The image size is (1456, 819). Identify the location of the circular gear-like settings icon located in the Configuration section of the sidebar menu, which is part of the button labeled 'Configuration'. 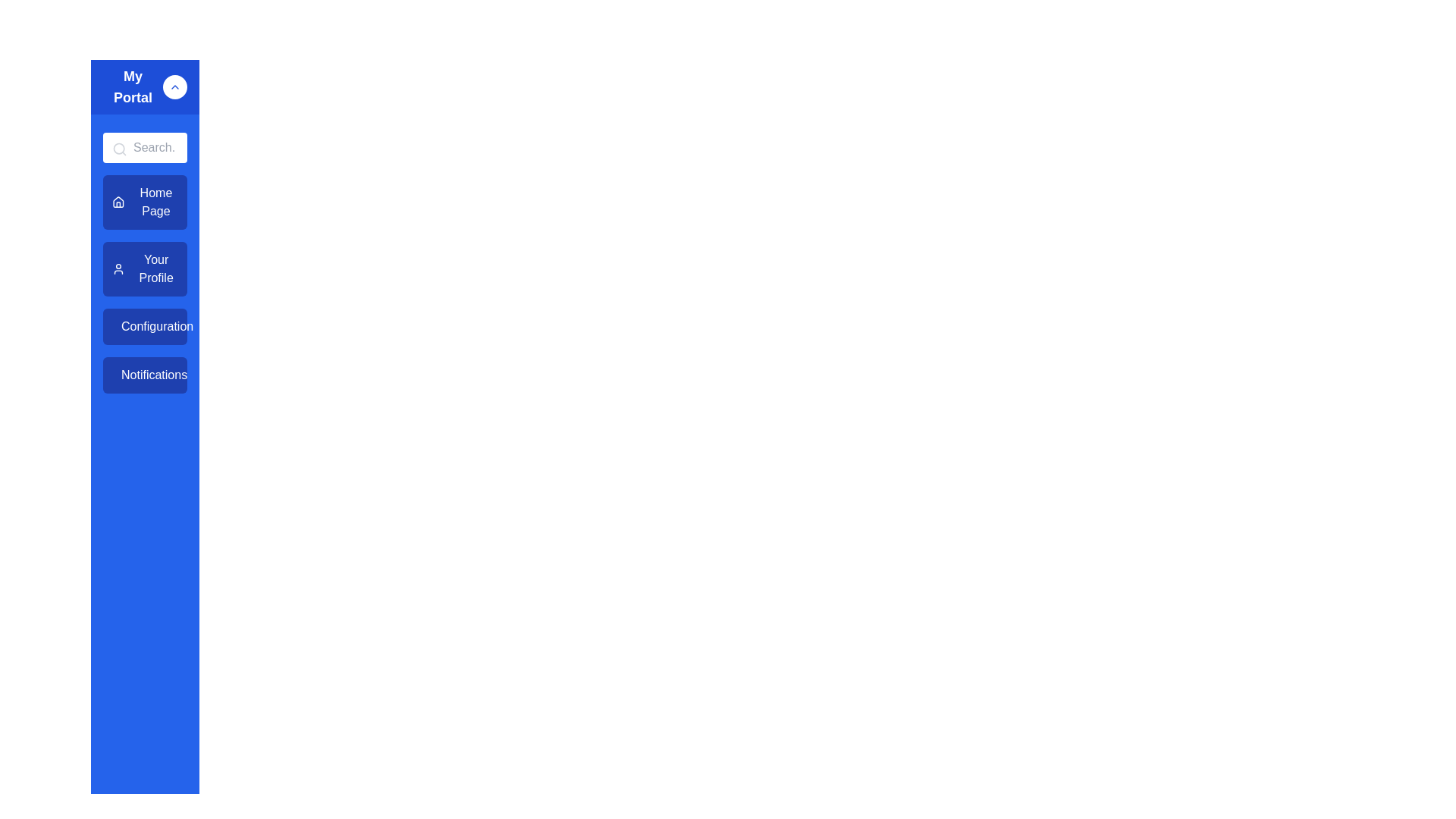
(120, 326).